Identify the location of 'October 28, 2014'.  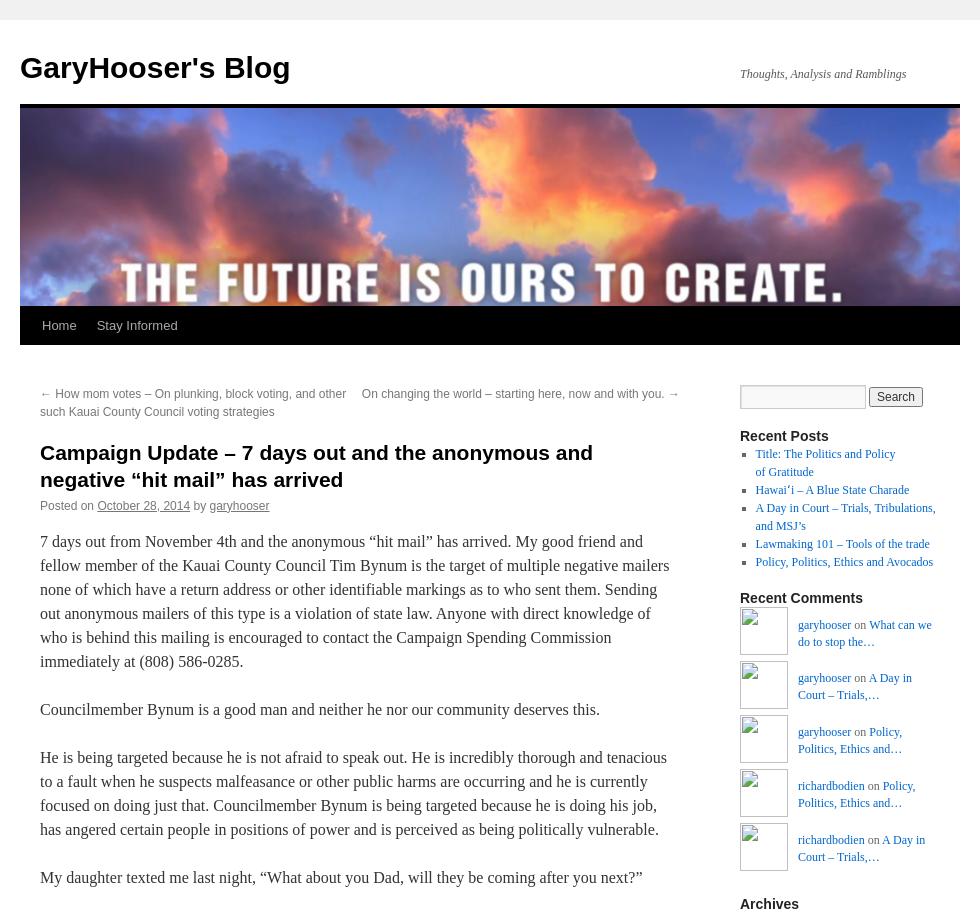
(97, 503).